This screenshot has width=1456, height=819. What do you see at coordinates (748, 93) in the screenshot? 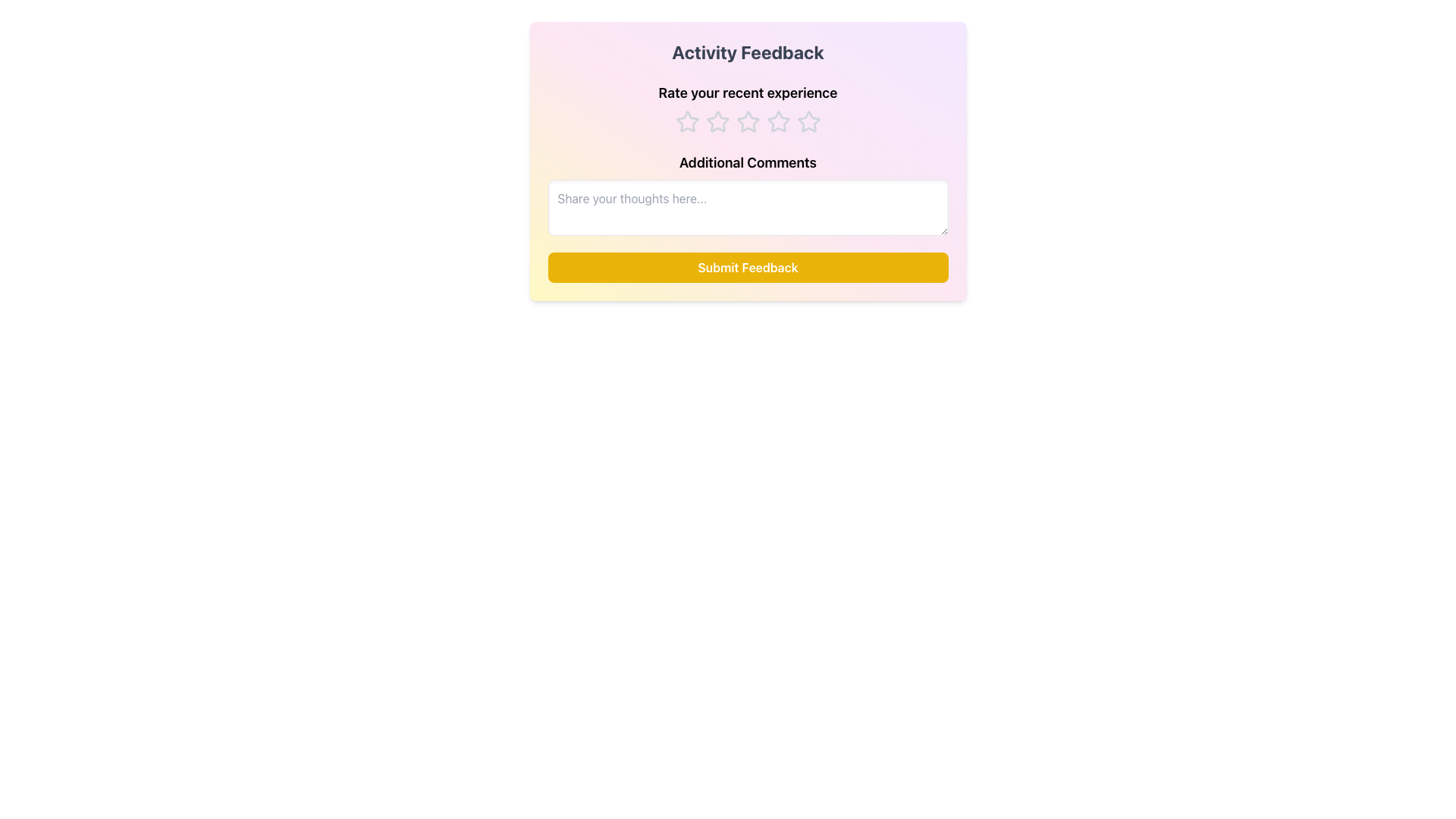
I see `the static text label that reads 'Rate your recent experience', which is positioned below the 'Activity Feedback' heading and above the star rating icons` at bounding box center [748, 93].